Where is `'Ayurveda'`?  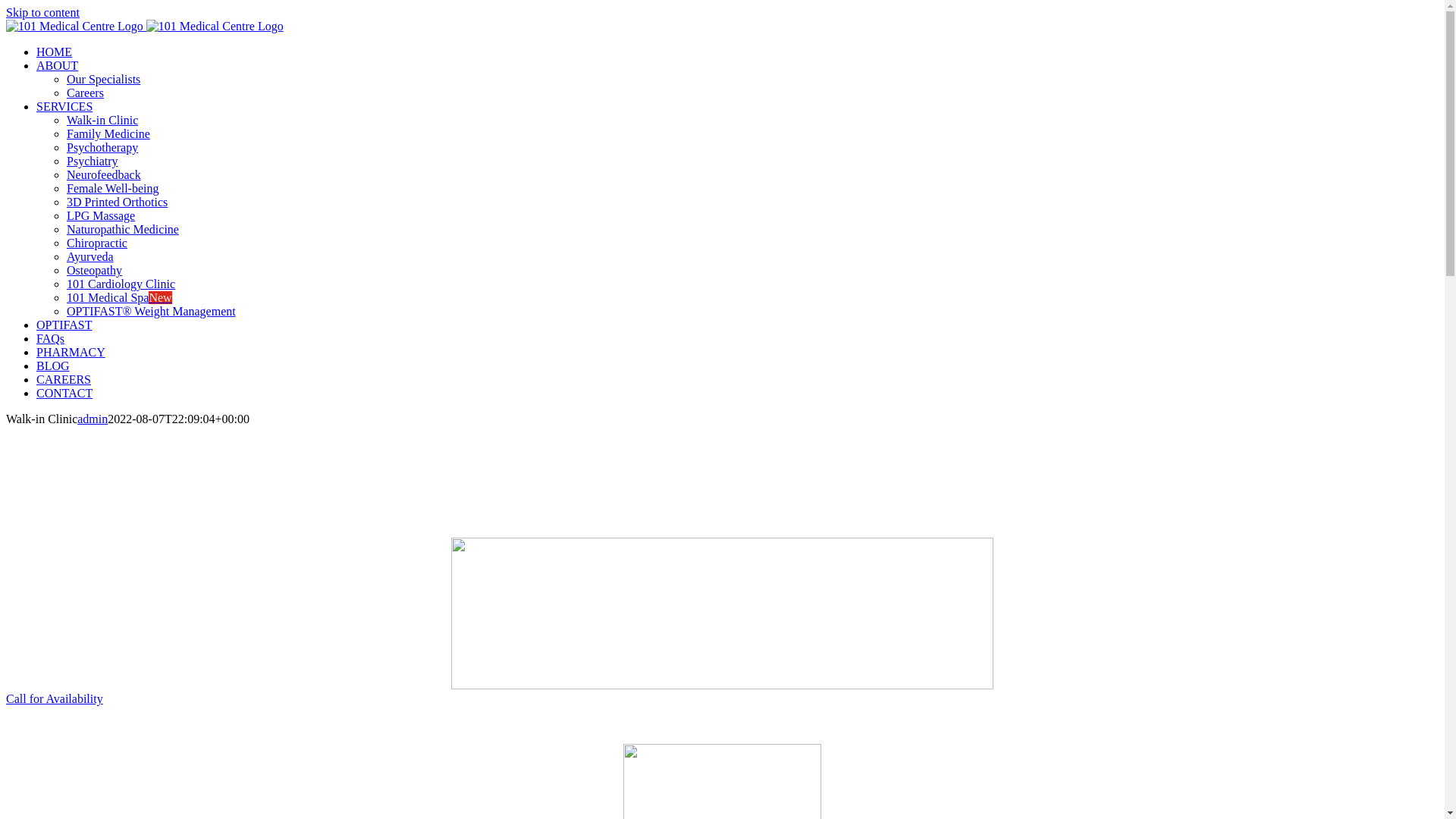
'Ayurveda' is located at coordinates (65, 256).